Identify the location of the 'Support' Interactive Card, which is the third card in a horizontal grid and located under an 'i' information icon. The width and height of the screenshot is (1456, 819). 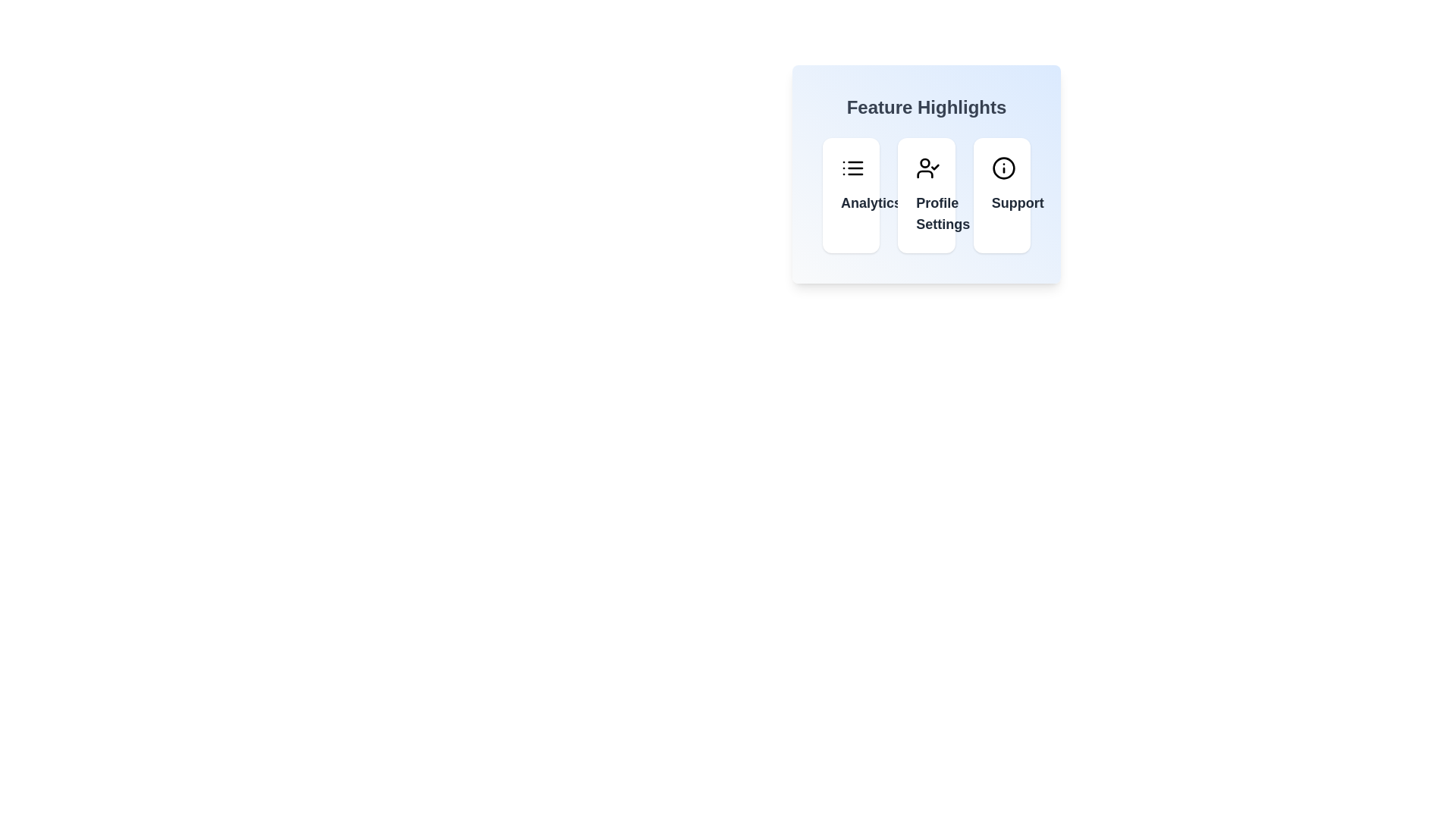
(1001, 195).